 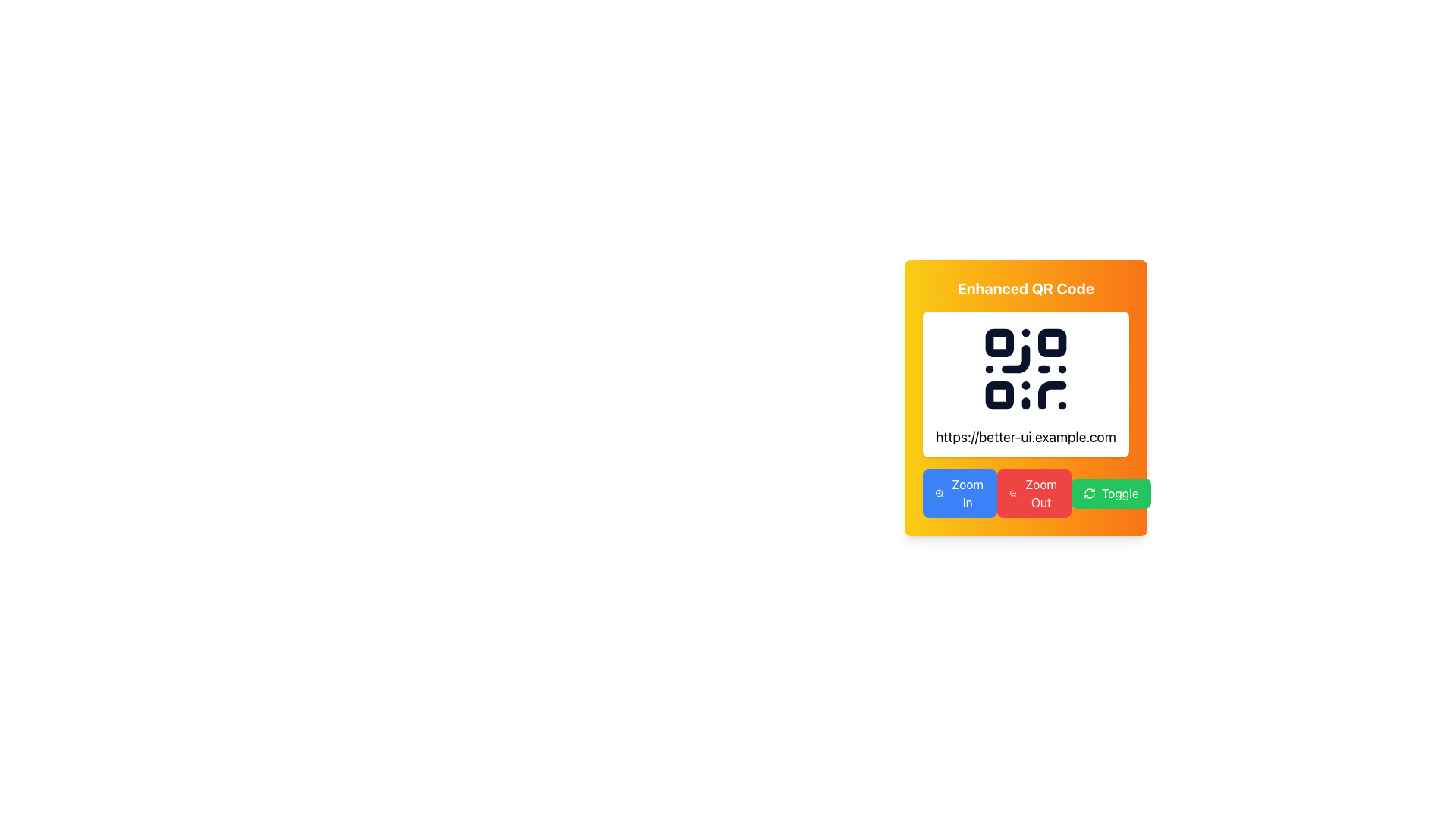 What do you see at coordinates (1026, 369) in the screenshot?
I see `the Graphic (QR Code) element, which is a black QR code on a white background, located within the 'Enhanced QR Code' area with a yellow background` at bounding box center [1026, 369].